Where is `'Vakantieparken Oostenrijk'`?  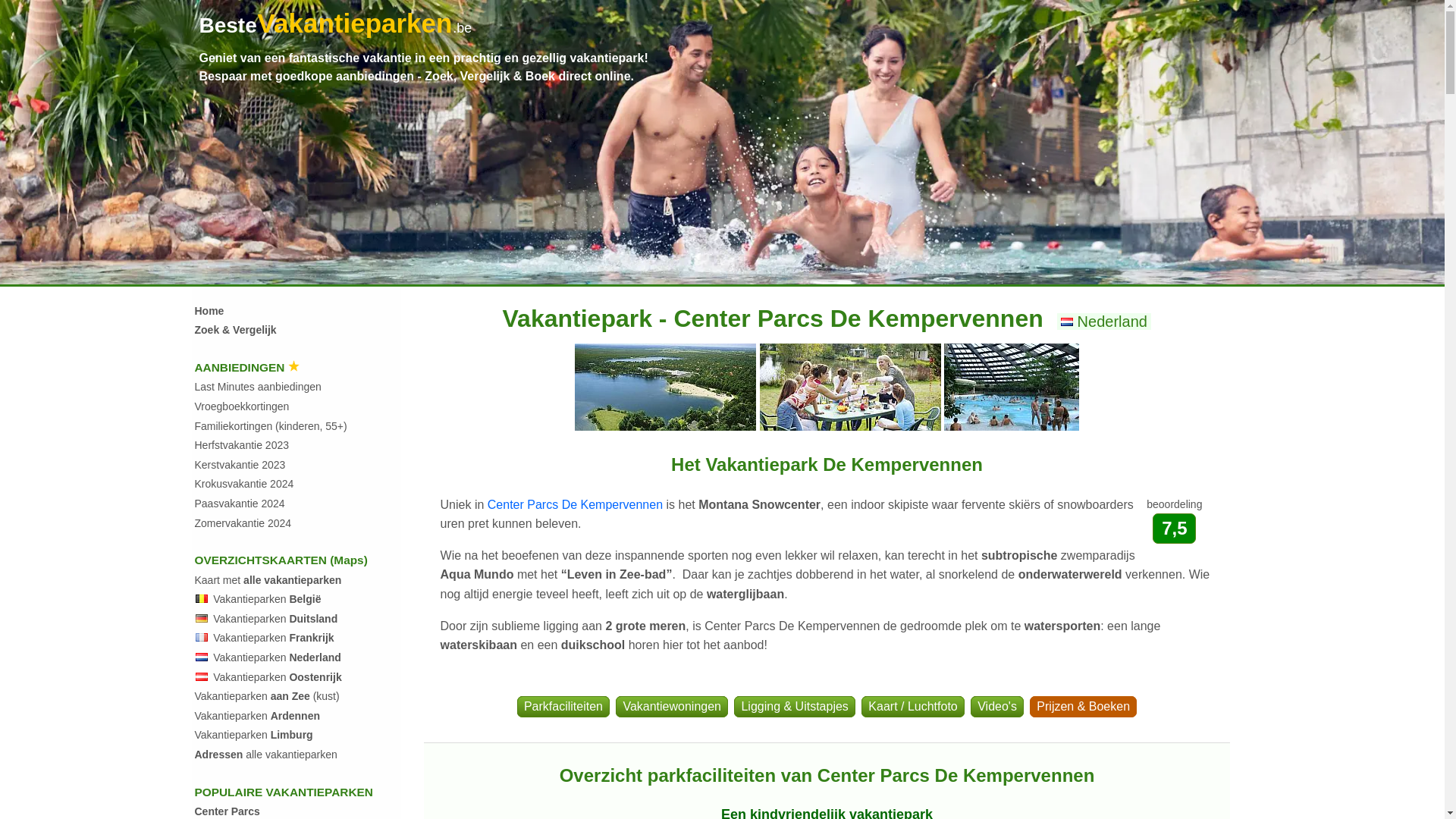
'Vakantieparken Oostenrijk' is located at coordinates (277, 676).